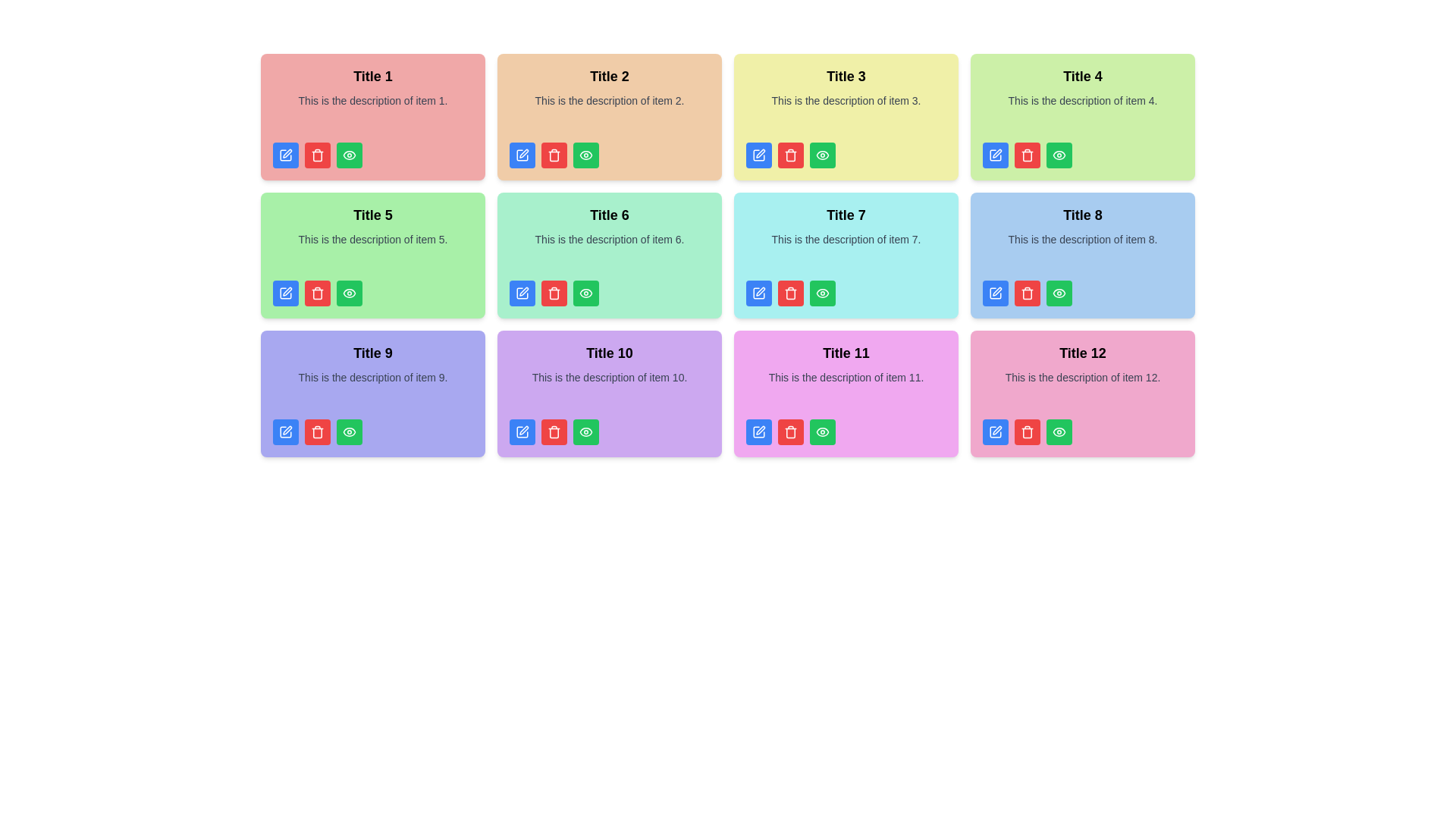 The width and height of the screenshot is (1456, 819). I want to click on the leftmost icon button within the blue-button styled area at the bottom of 'Title 7', so click(759, 293).